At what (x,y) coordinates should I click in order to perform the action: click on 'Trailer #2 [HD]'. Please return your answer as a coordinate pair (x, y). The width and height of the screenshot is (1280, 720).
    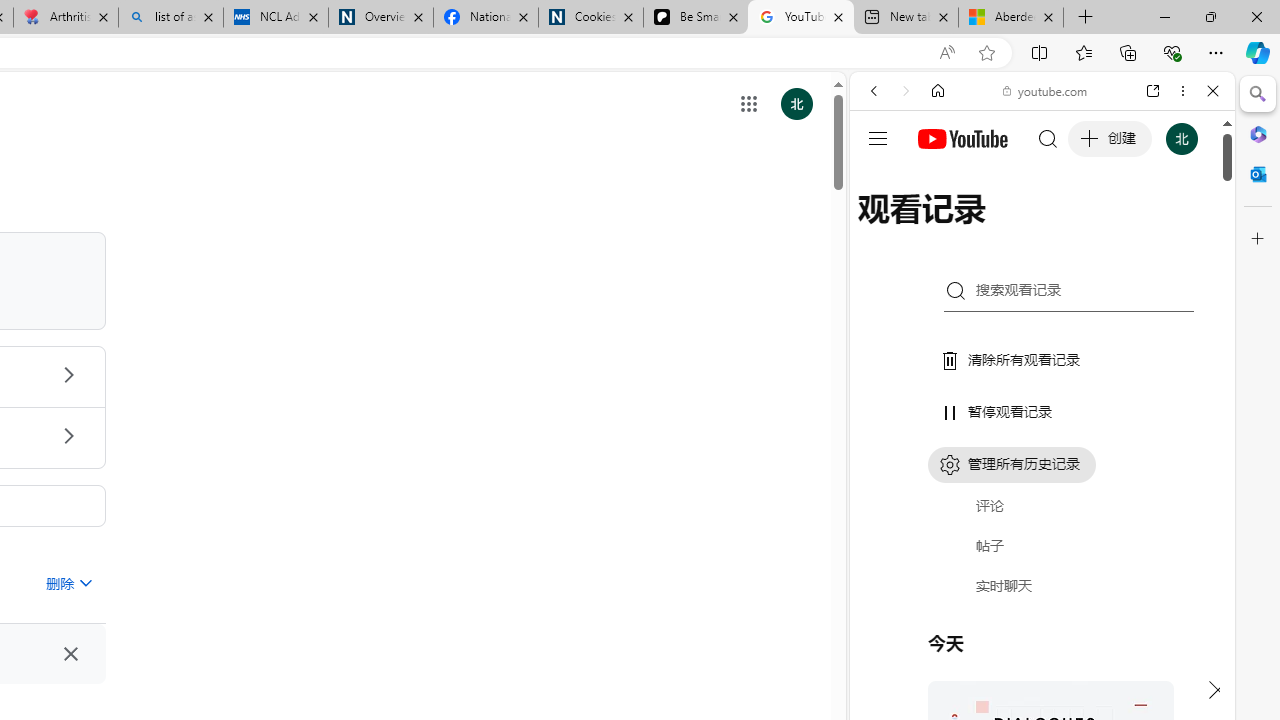
    Looking at the image, I should click on (1041, 593).